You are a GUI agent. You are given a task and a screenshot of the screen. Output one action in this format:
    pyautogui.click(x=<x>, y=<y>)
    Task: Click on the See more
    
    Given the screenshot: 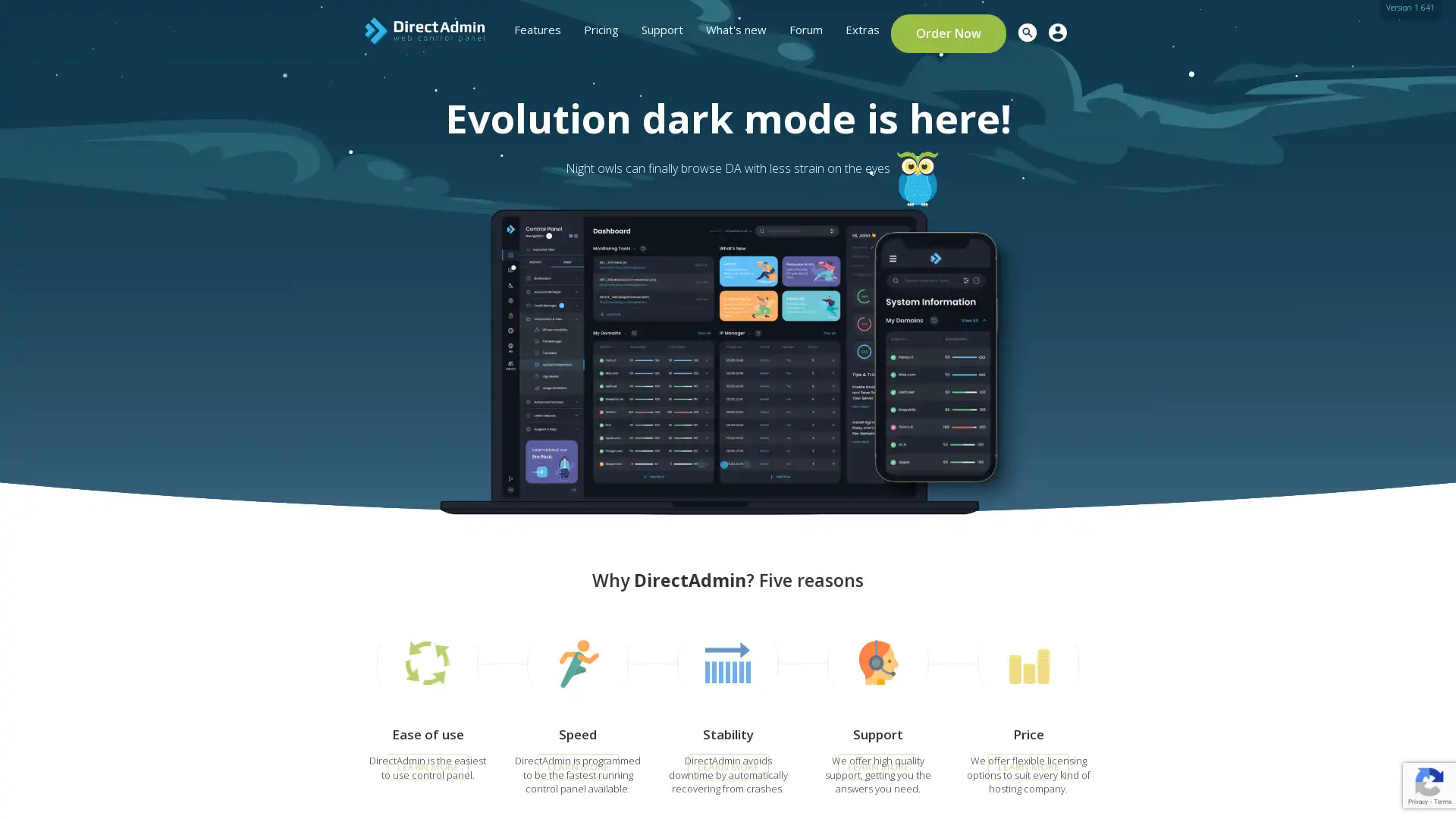 What is the action you would take?
    pyautogui.click(x=342, y=336)
    